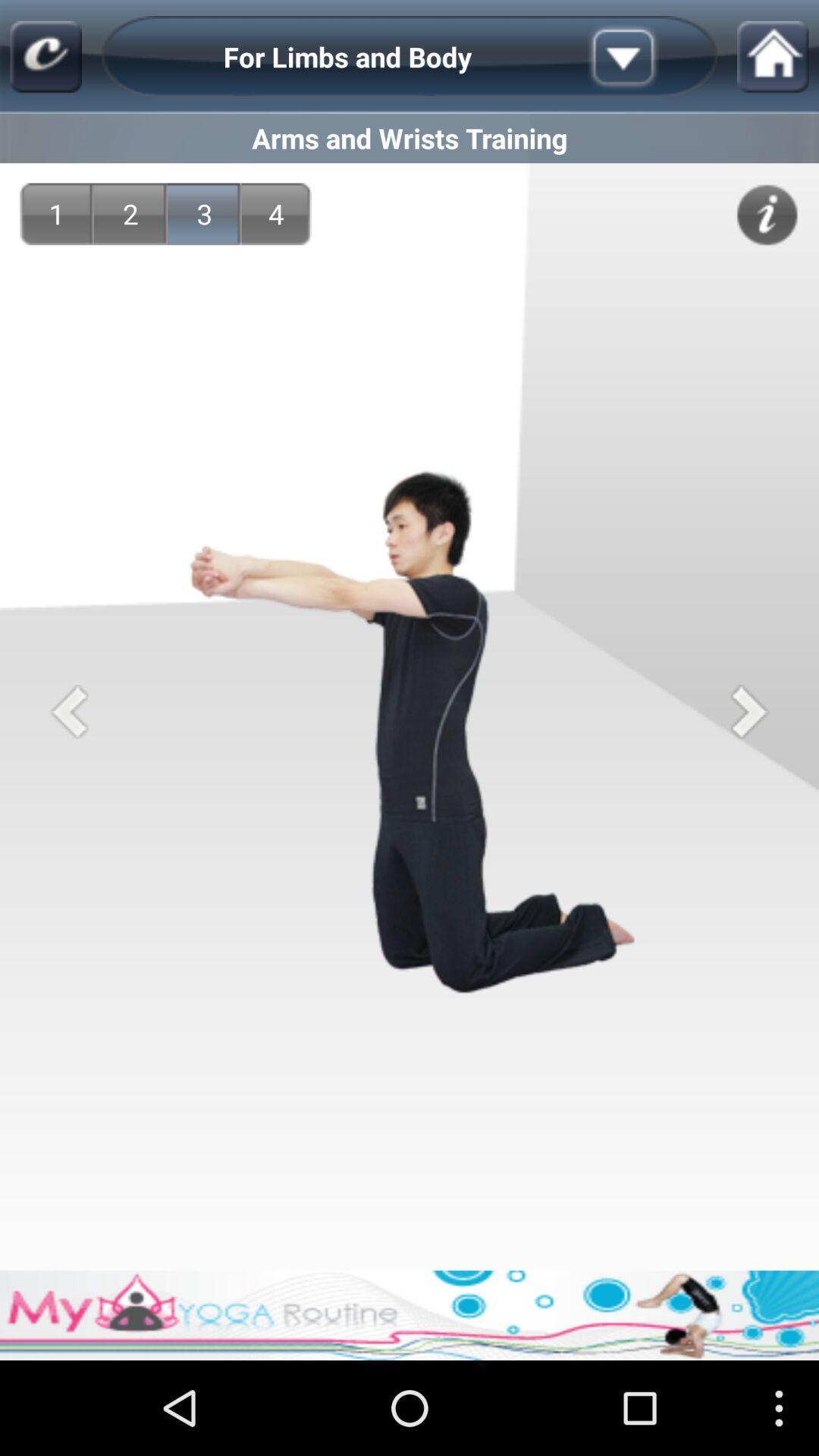 This screenshot has height=1456, width=819. What do you see at coordinates (773, 57) in the screenshot?
I see `go home` at bounding box center [773, 57].